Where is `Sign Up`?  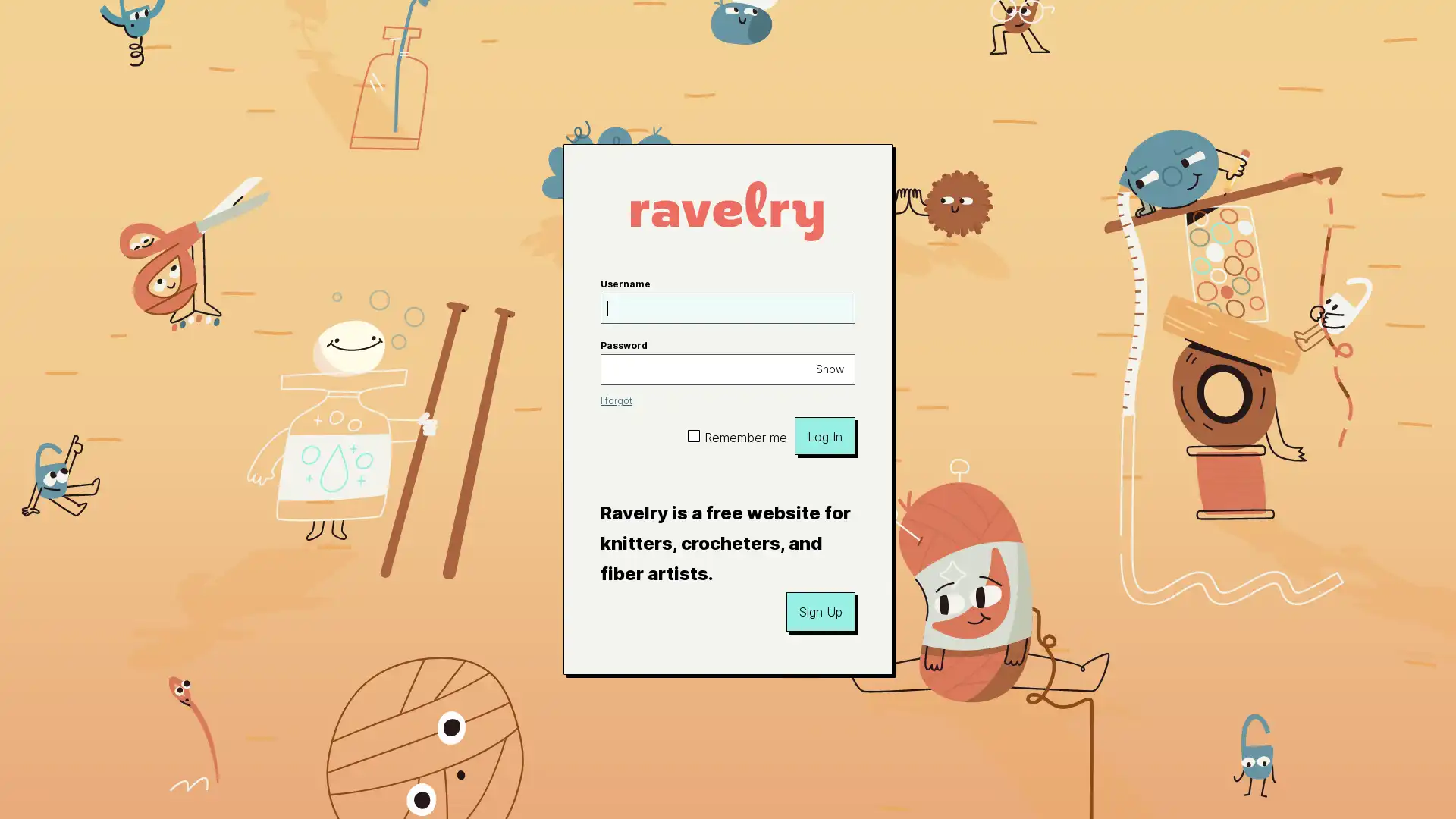
Sign Up is located at coordinates (820, 610).